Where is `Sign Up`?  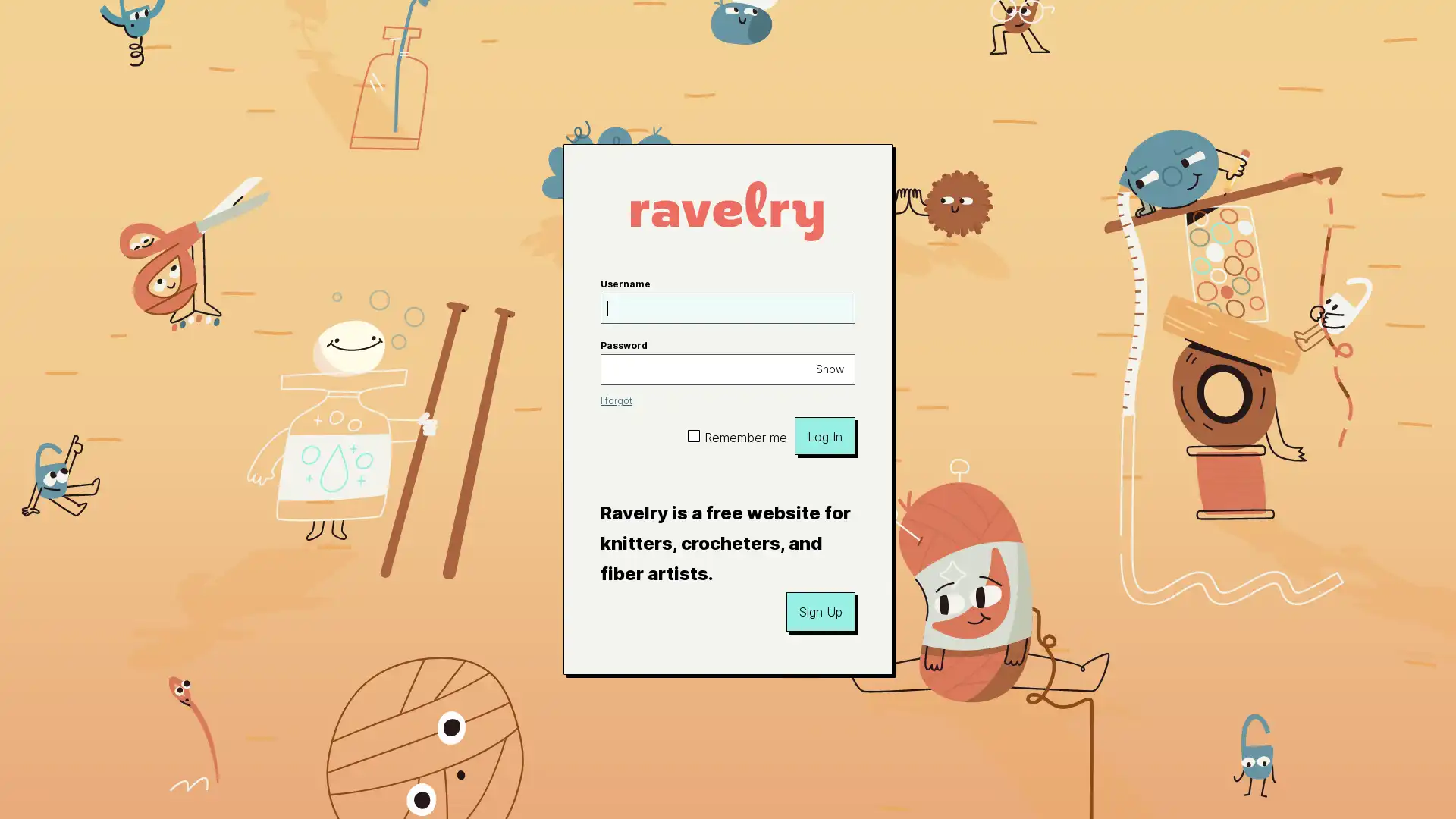
Sign Up is located at coordinates (820, 610).